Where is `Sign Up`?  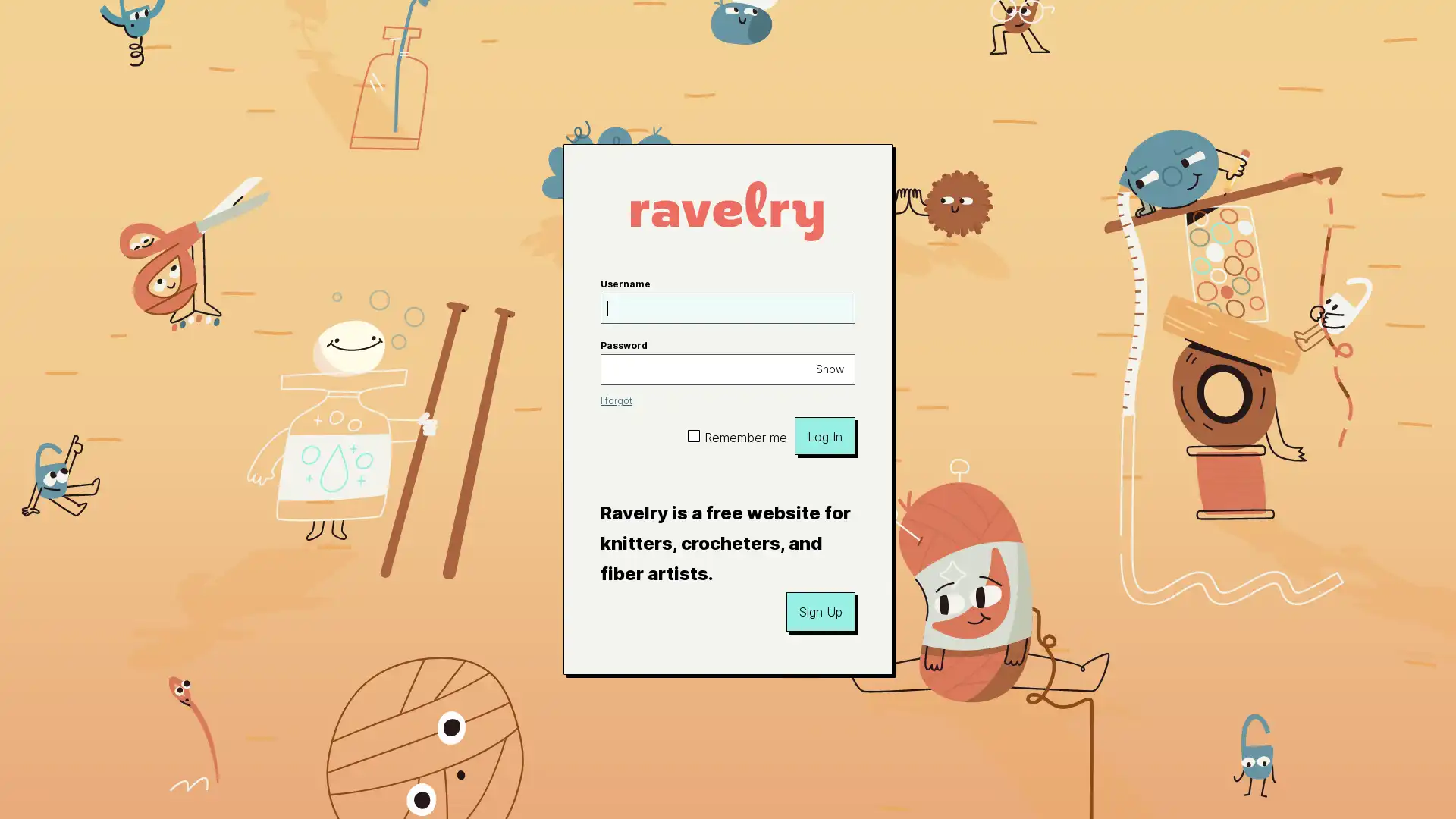
Sign Up is located at coordinates (820, 610).